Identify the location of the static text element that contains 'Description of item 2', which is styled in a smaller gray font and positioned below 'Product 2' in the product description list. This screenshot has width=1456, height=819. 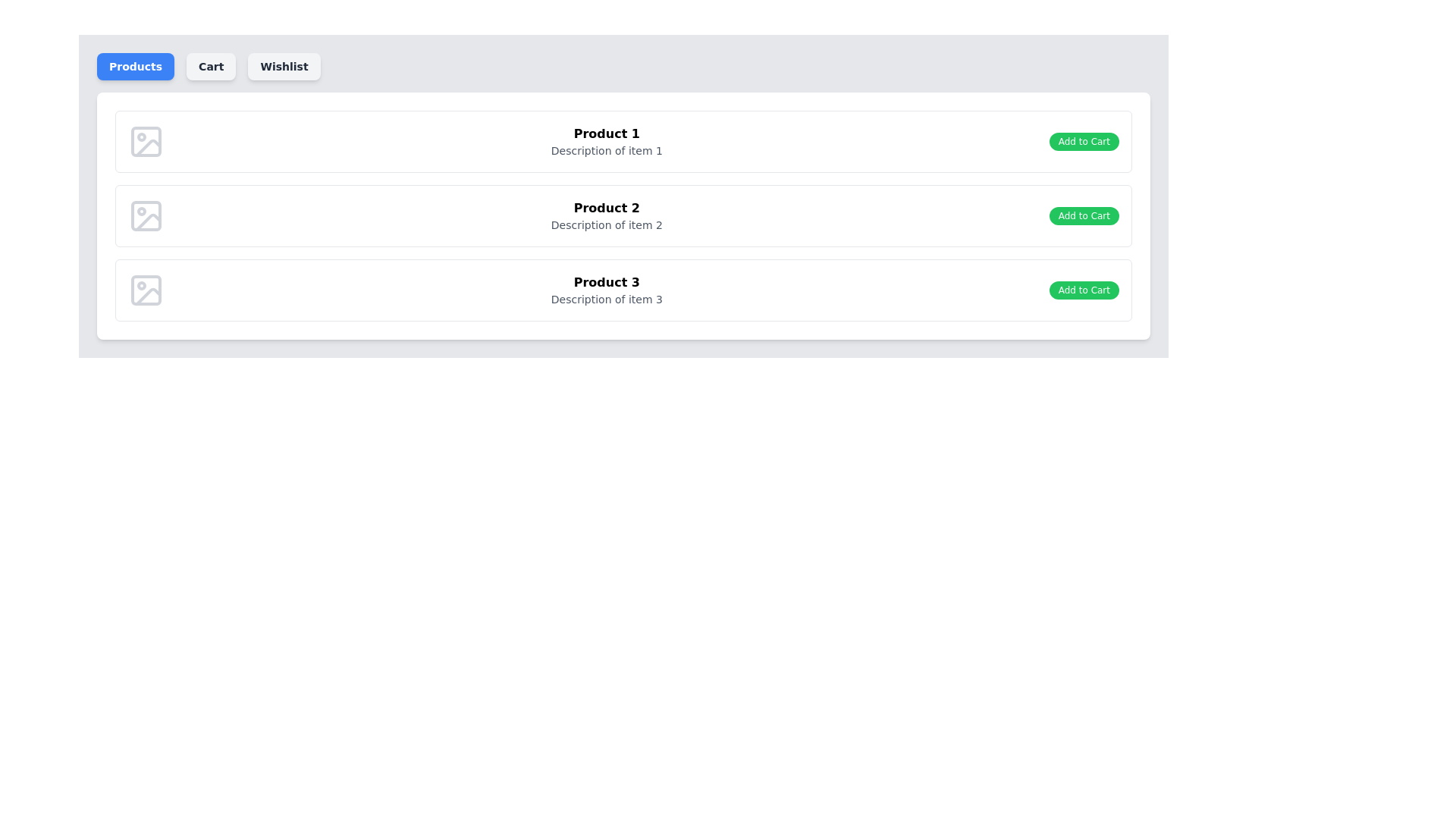
(607, 225).